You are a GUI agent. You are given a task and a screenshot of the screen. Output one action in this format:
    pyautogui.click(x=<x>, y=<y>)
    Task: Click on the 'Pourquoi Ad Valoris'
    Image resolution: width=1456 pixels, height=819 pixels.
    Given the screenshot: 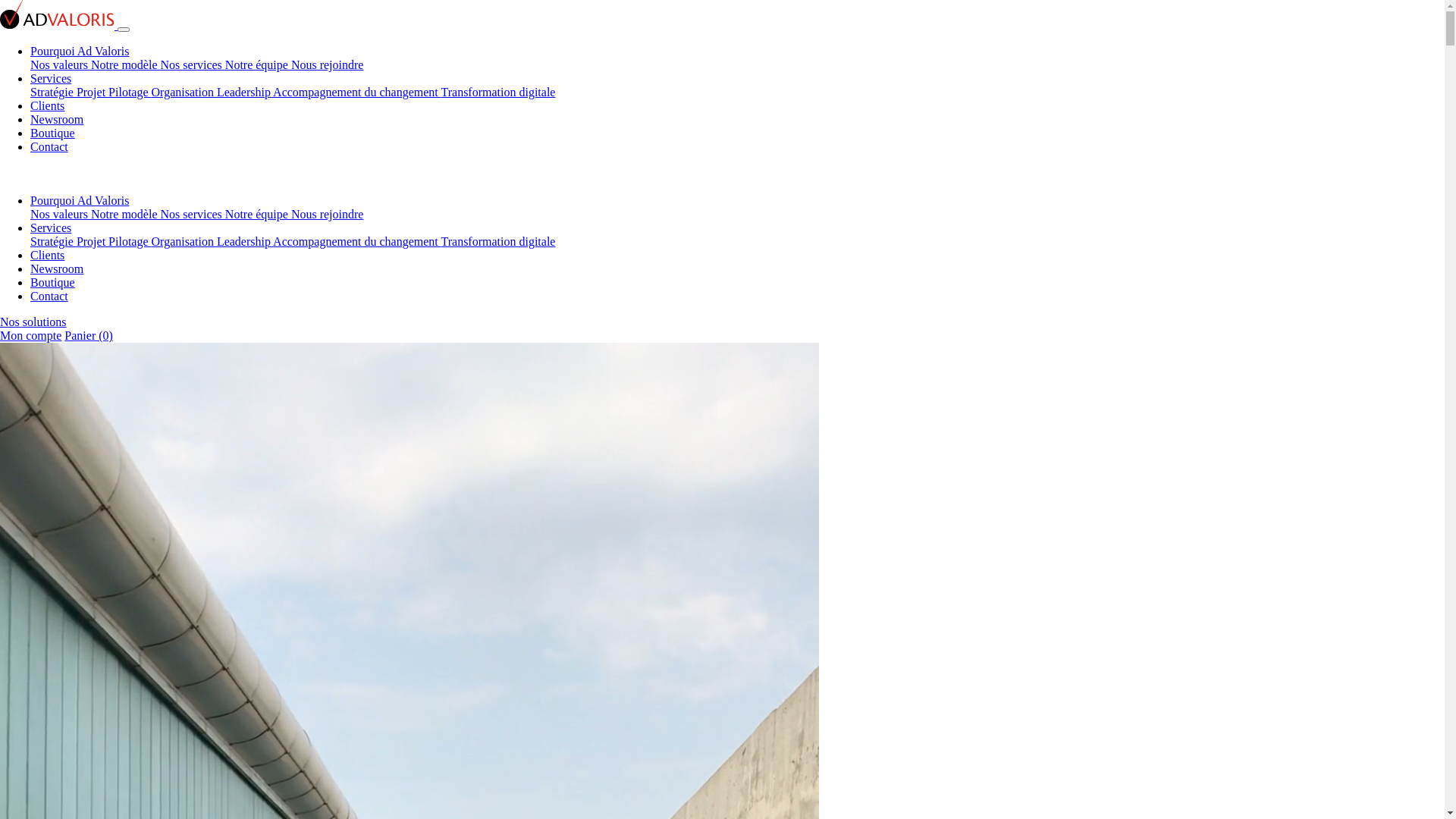 What is the action you would take?
    pyautogui.click(x=30, y=50)
    